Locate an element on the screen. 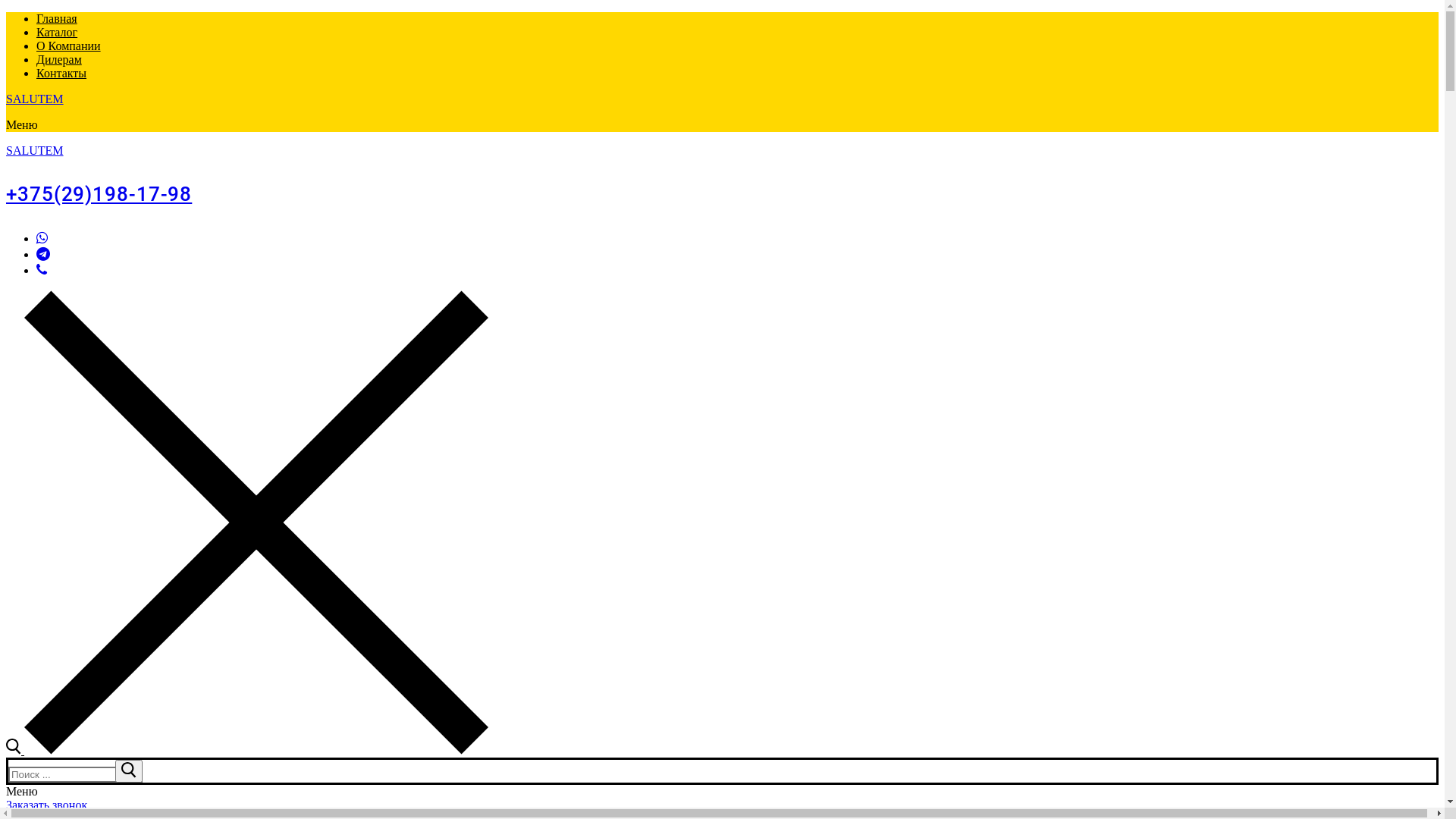 The width and height of the screenshot is (1456, 819). 'SALUTEM' is located at coordinates (6, 99).